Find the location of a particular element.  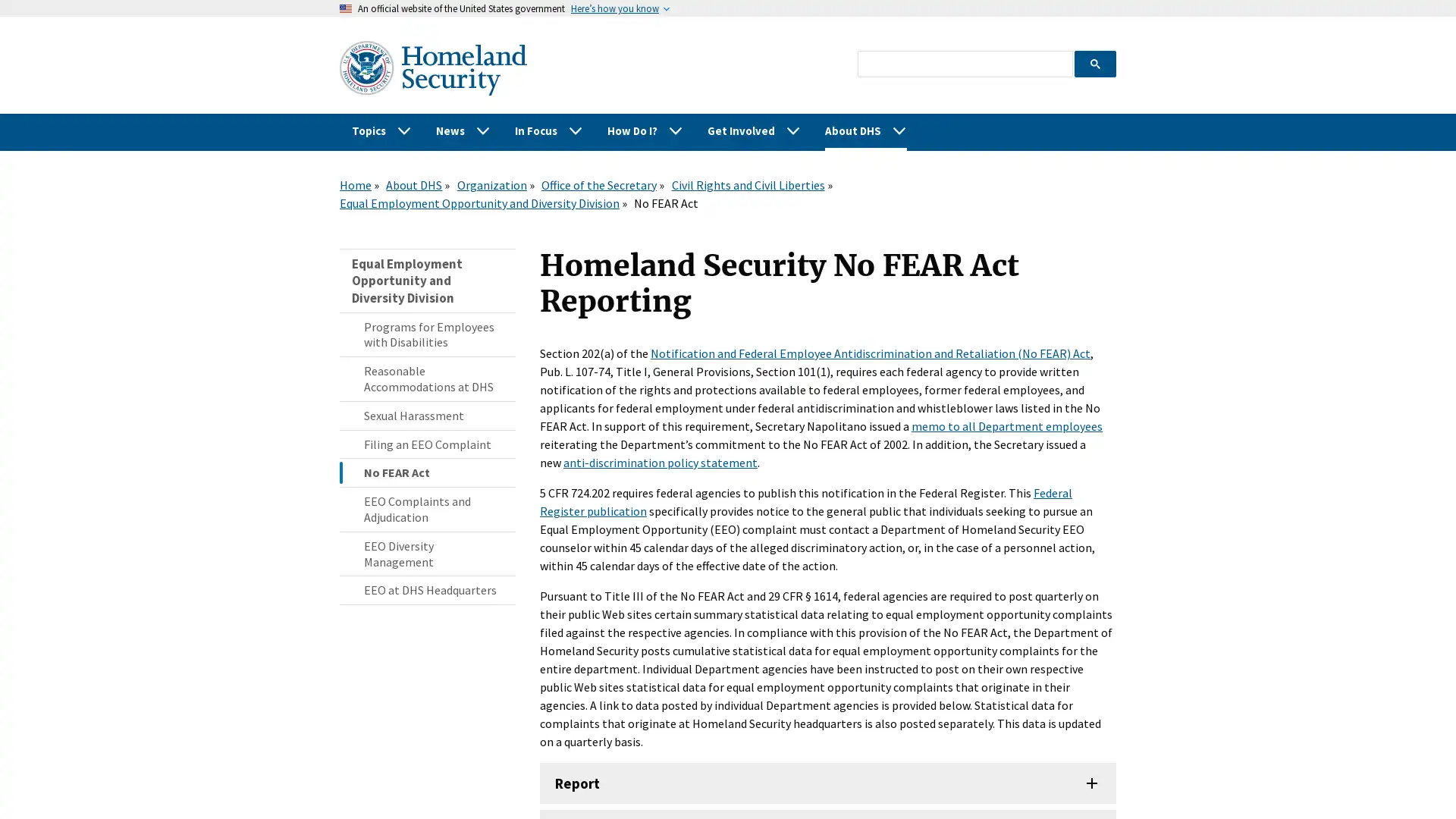

Topics is located at coordinates (381, 130).